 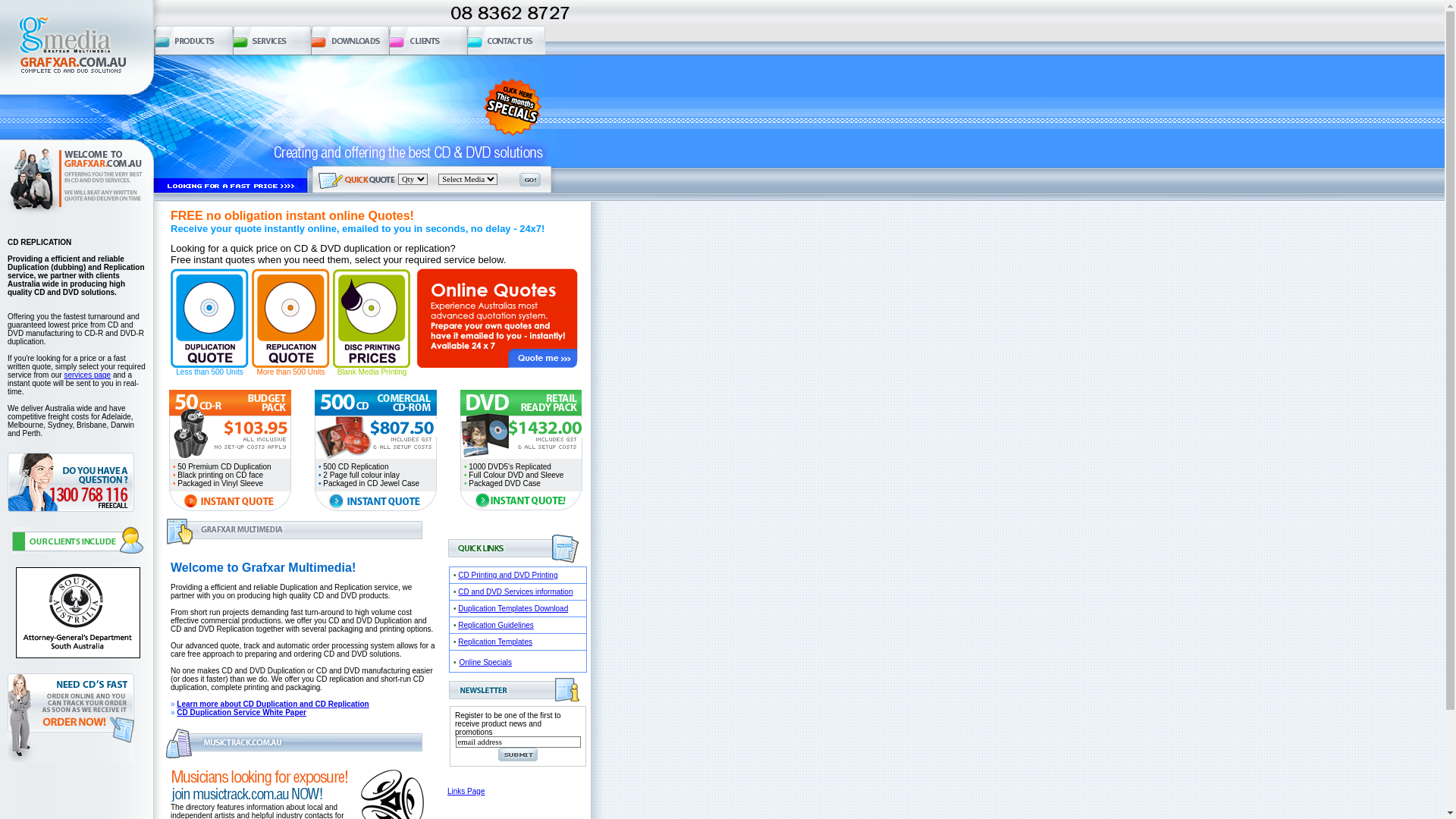 I want to click on 'CD Duplication Service White Paper', so click(x=177, y=712).